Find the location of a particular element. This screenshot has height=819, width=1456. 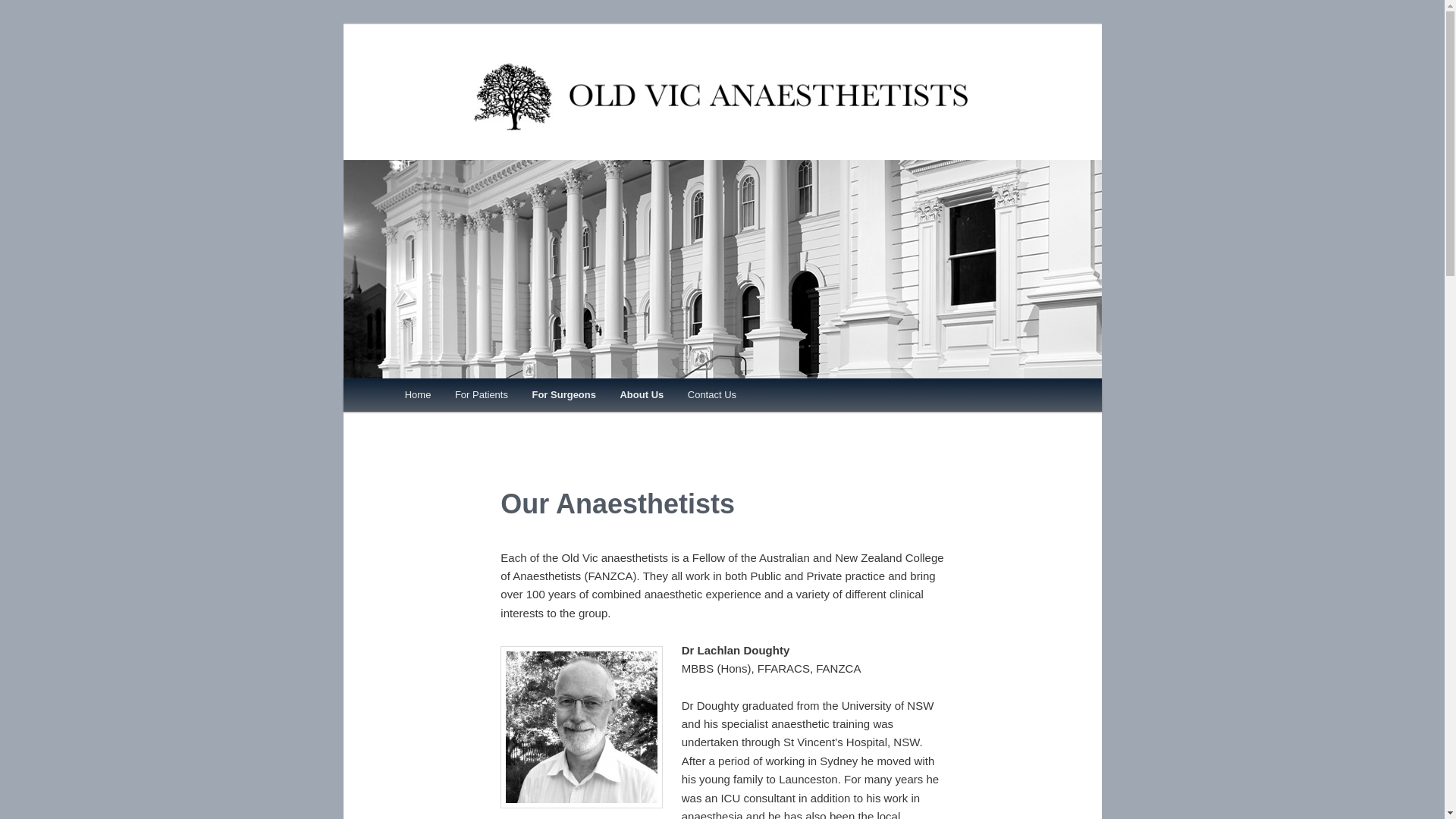

'Home' is located at coordinates (418, 394).